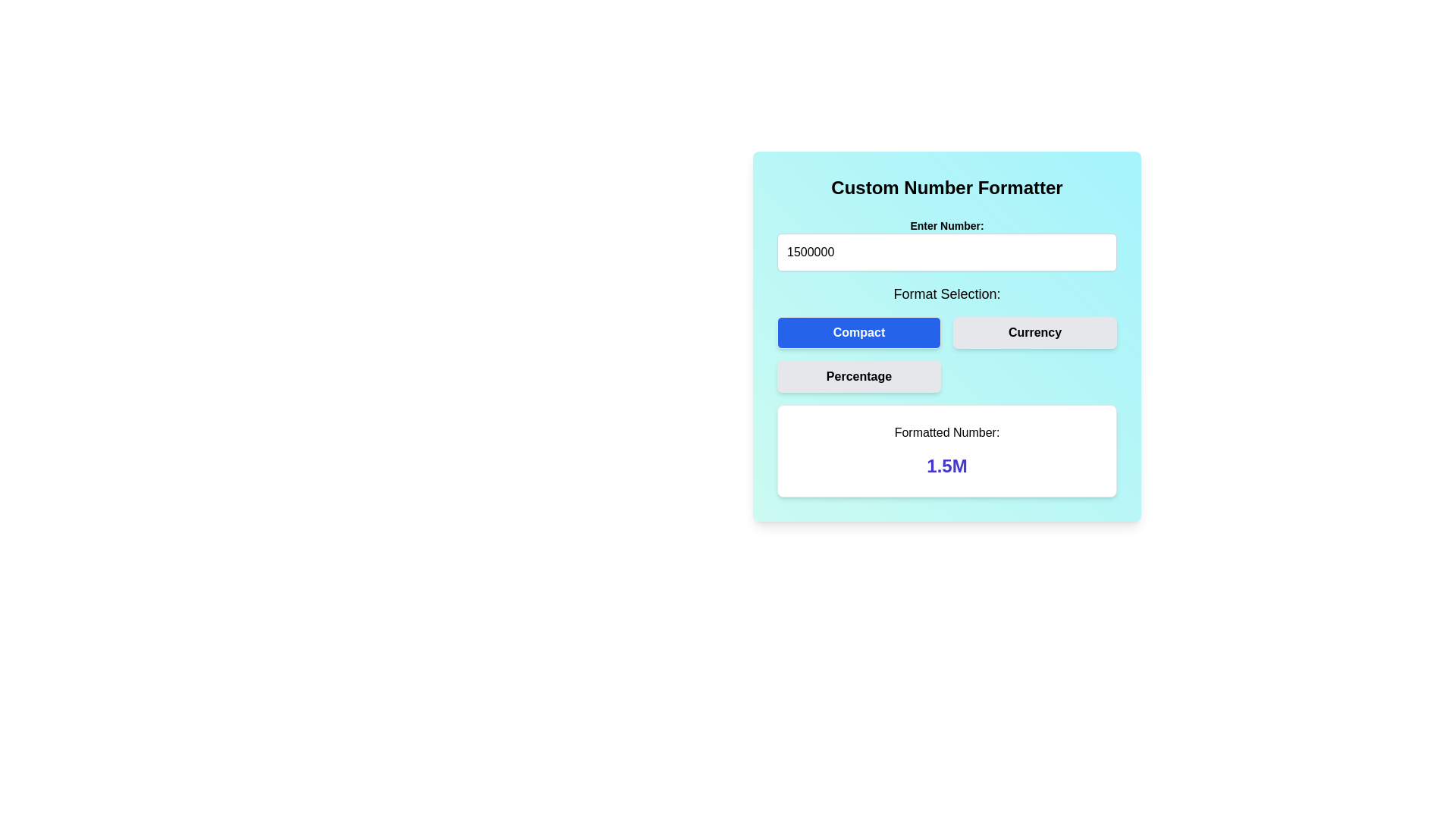 This screenshot has height=819, width=1456. What do you see at coordinates (946, 450) in the screenshot?
I see `the static text section that displays the formatted version of a numerical input, located below the 'Format Selection' section and centered horizontally` at bounding box center [946, 450].